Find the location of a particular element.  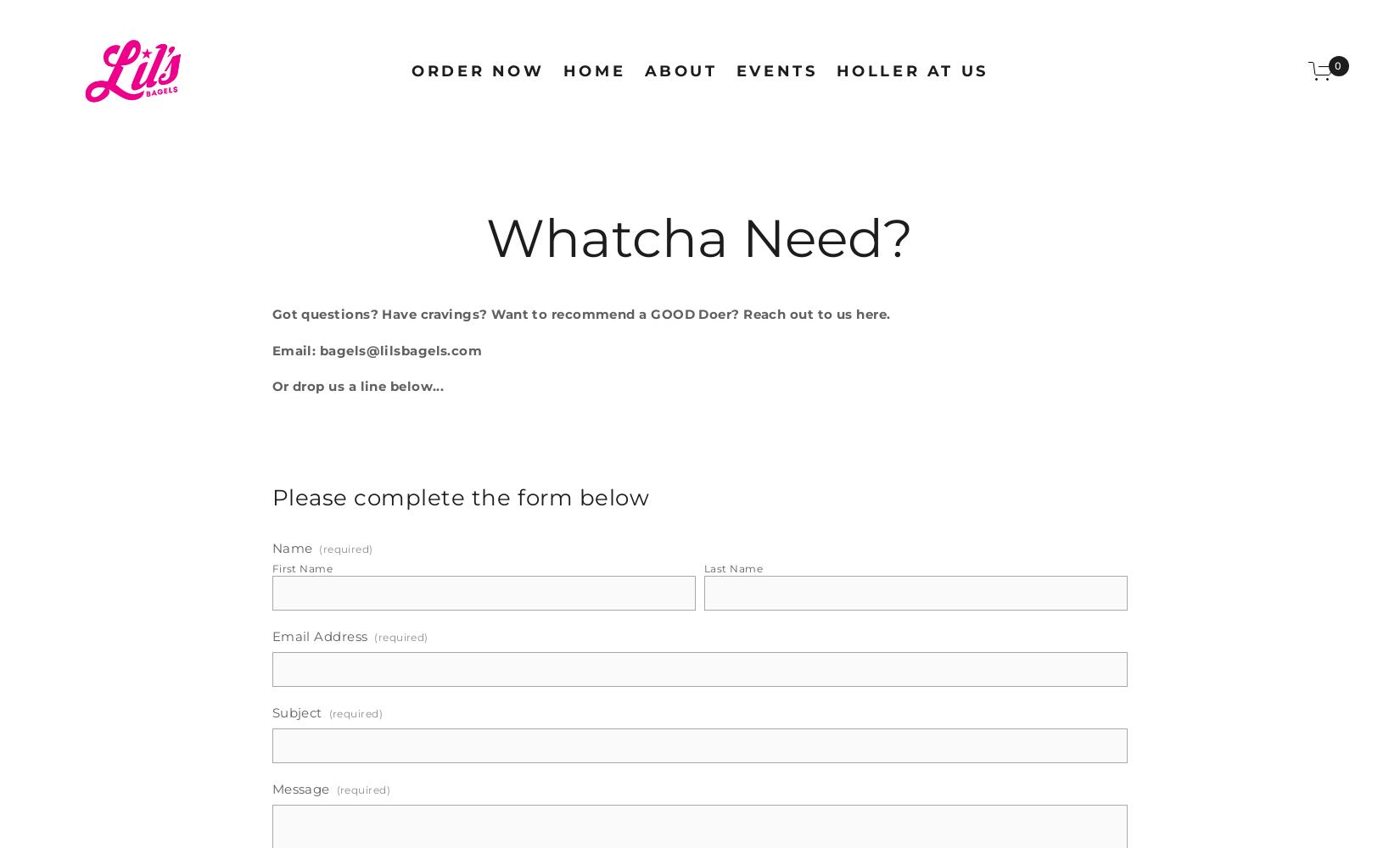

'0' is located at coordinates (1337, 64).